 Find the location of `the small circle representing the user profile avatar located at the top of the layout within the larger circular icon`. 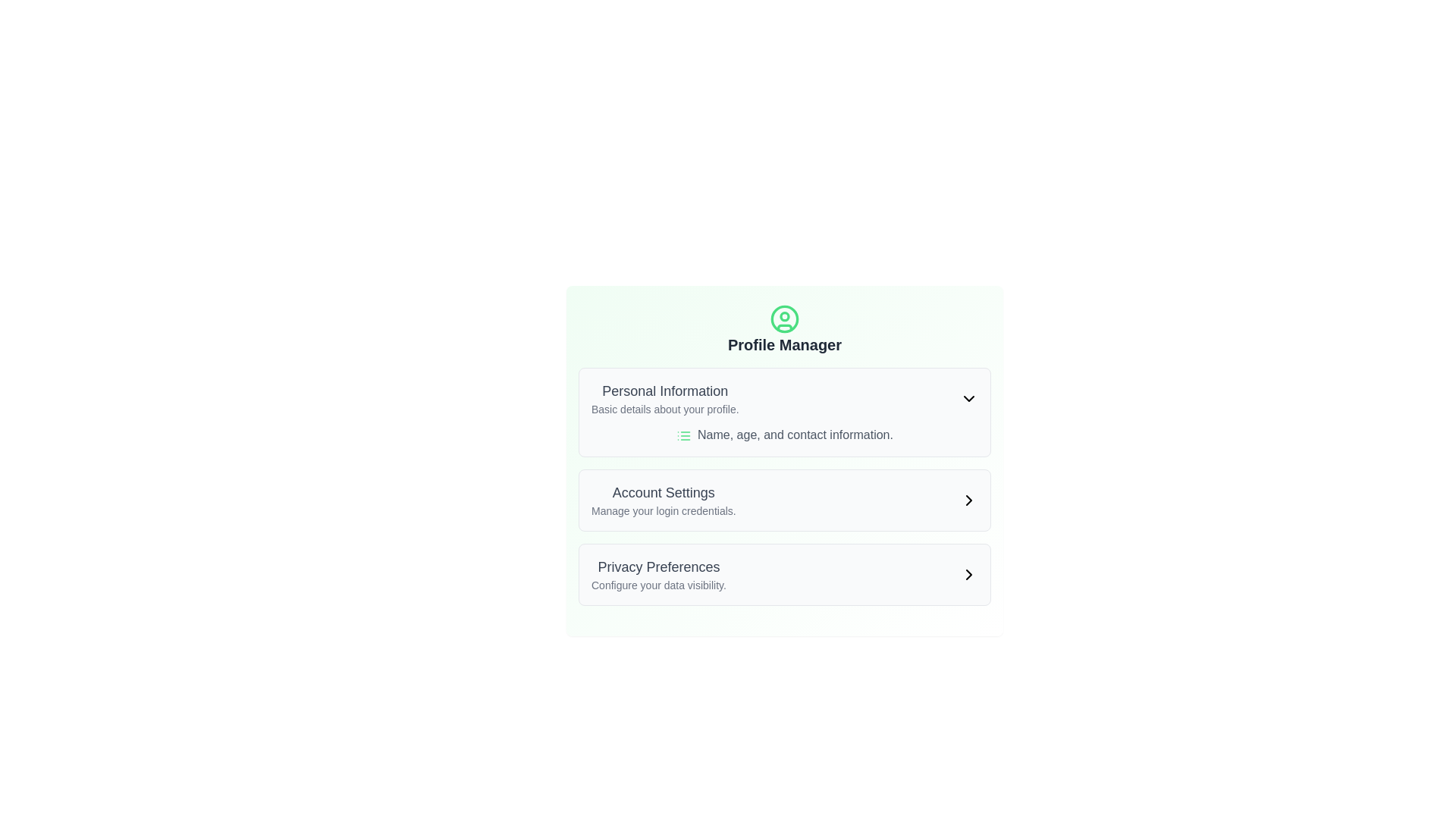

the small circle representing the user profile avatar located at the top of the layout within the larger circular icon is located at coordinates (785, 315).